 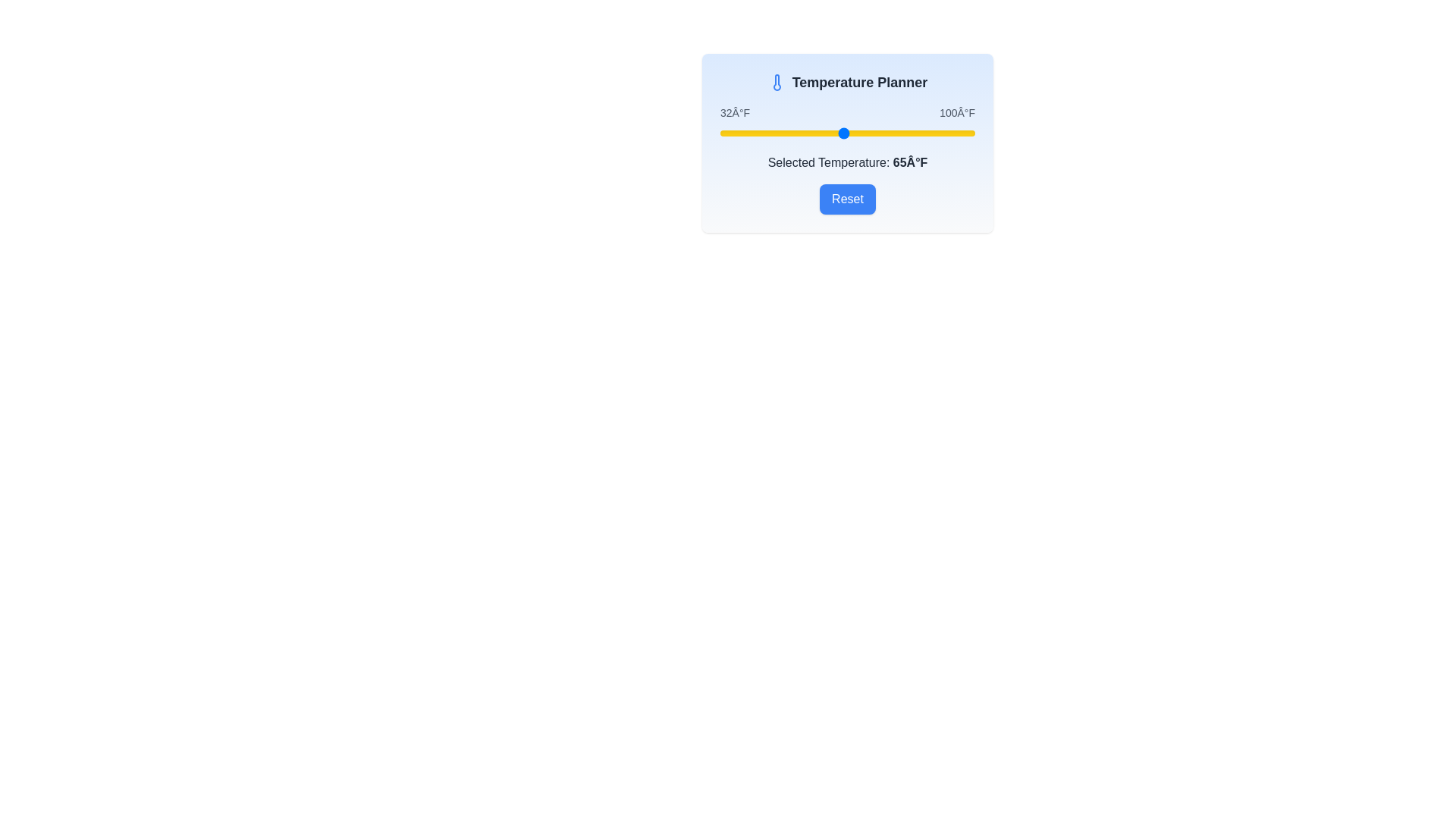 I want to click on the Reset button to reset the temperature to its default value, so click(x=847, y=198).